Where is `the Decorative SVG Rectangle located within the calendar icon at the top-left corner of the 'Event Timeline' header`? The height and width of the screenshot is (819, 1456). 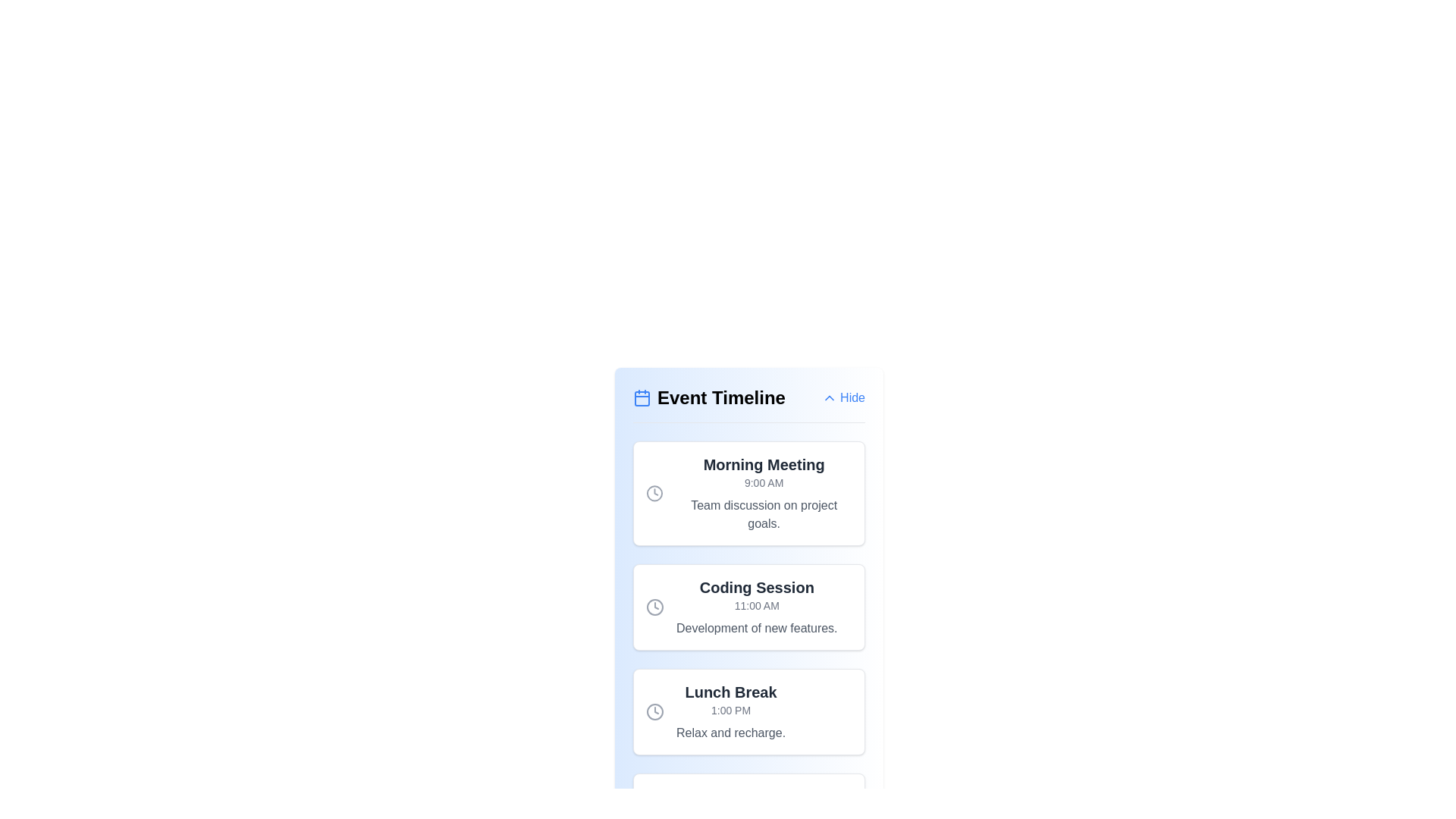 the Decorative SVG Rectangle located within the calendar icon at the top-left corner of the 'Event Timeline' header is located at coordinates (642, 397).